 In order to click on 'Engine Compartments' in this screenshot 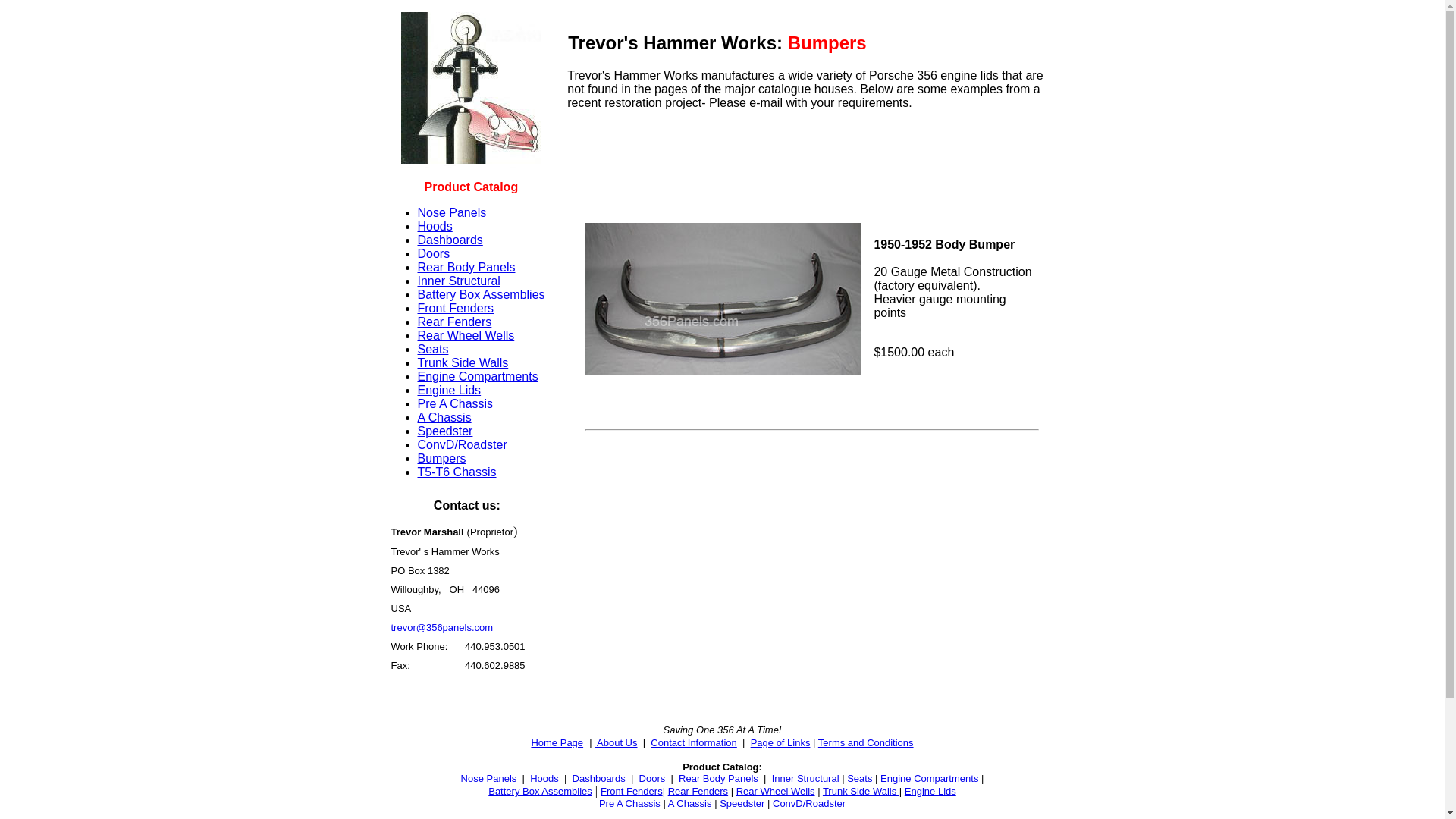, I will do `click(928, 778)`.